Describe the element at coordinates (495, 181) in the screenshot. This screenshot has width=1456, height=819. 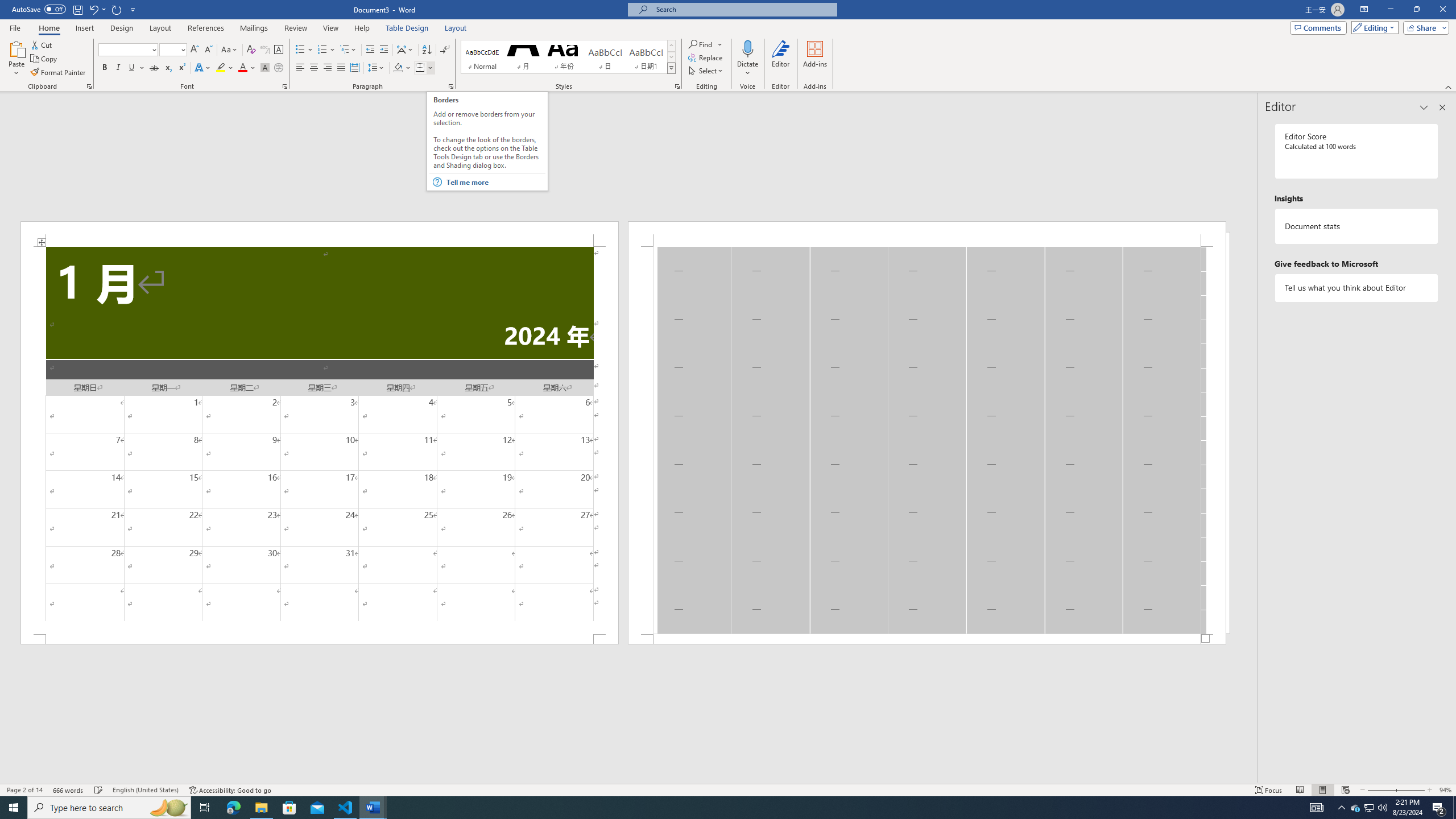
I see `'Tell me more'` at that location.